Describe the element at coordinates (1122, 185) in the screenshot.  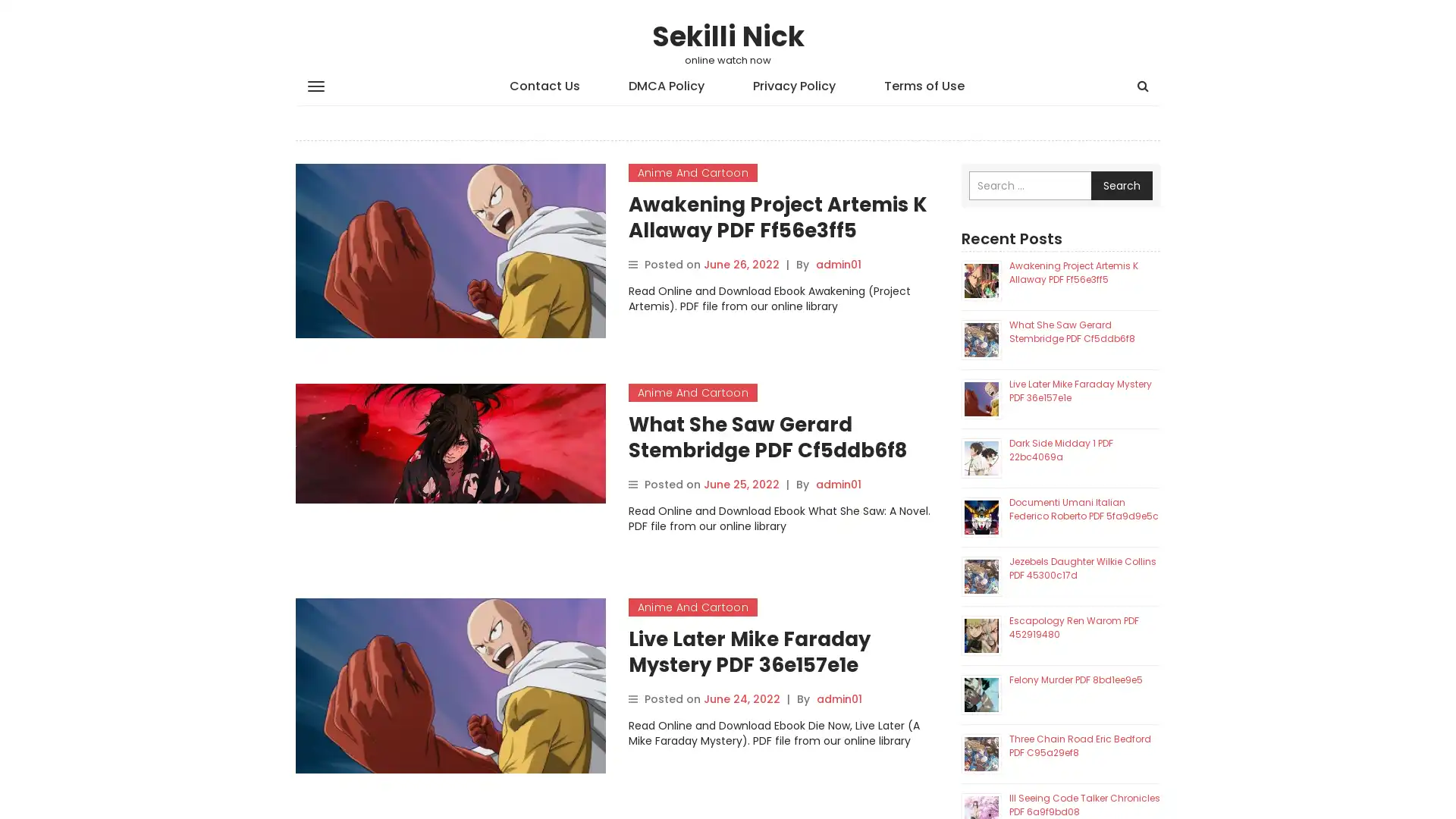
I see `Search` at that location.